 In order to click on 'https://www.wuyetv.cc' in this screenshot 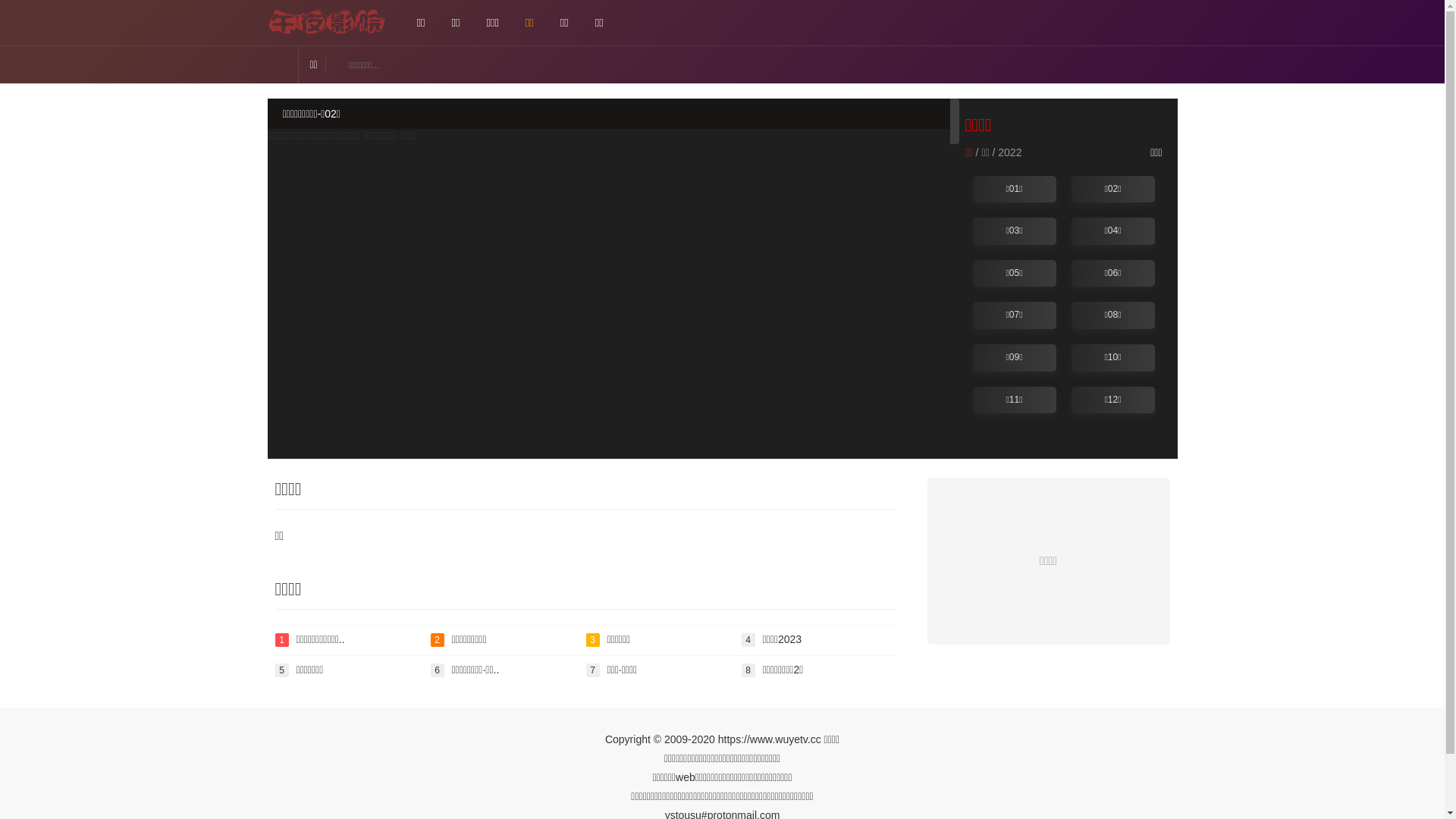, I will do `click(769, 739)`.